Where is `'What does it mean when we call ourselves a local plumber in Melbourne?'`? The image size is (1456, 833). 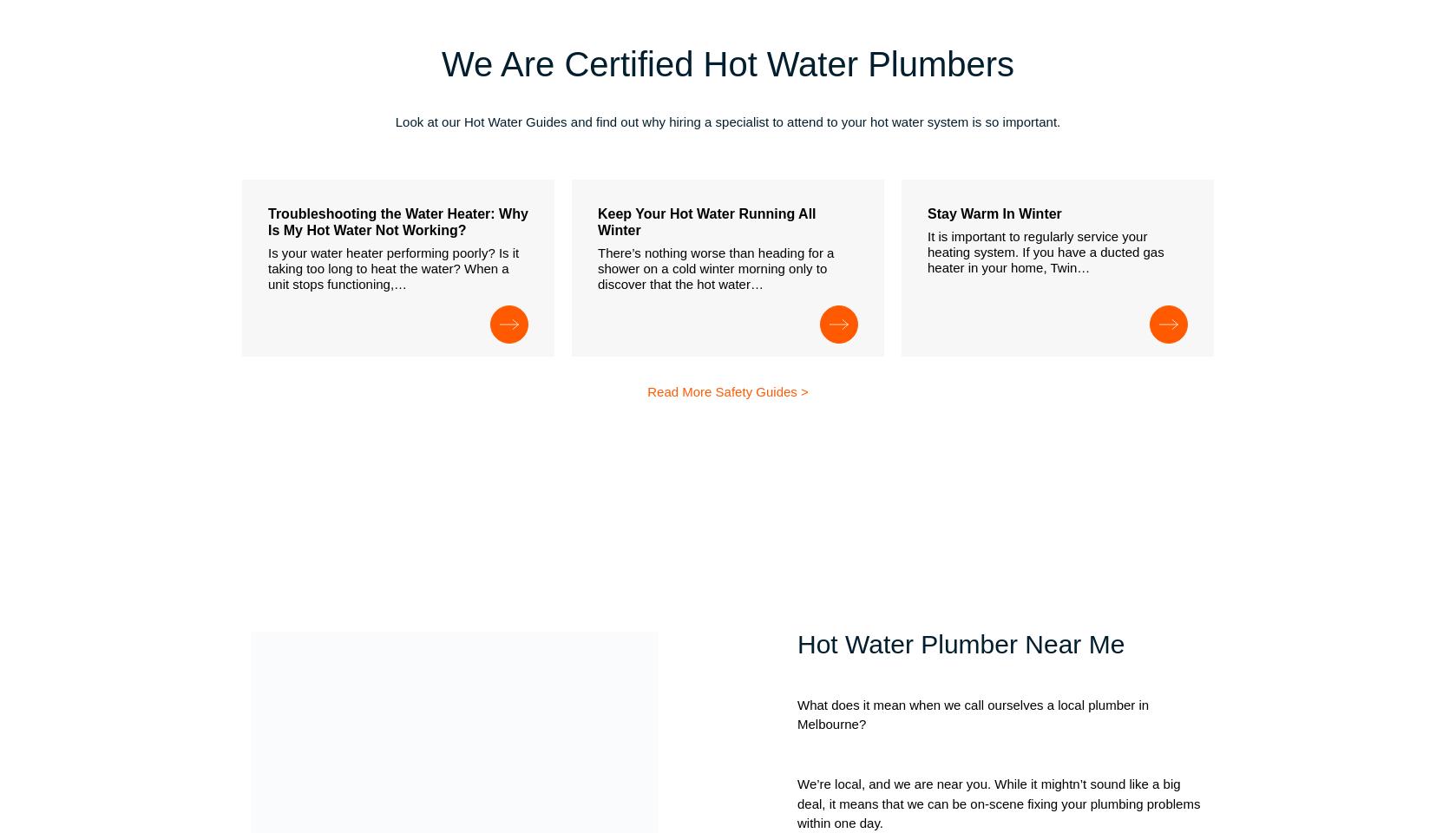 'What does it mean when we call ourselves a local plumber in Melbourne?' is located at coordinates (973, 714).